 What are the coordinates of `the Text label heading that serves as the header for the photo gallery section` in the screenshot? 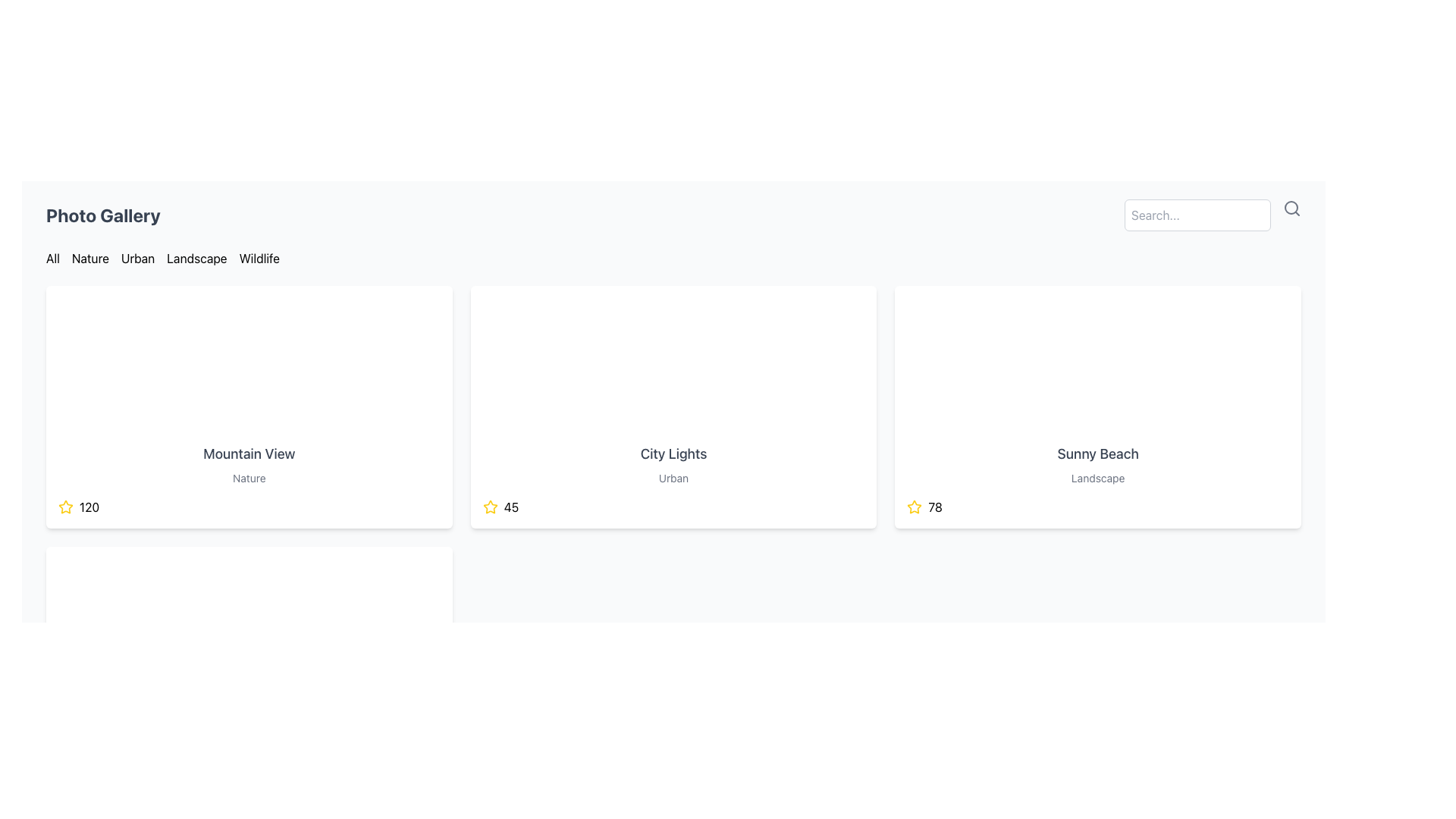 It's located at (102, 215).